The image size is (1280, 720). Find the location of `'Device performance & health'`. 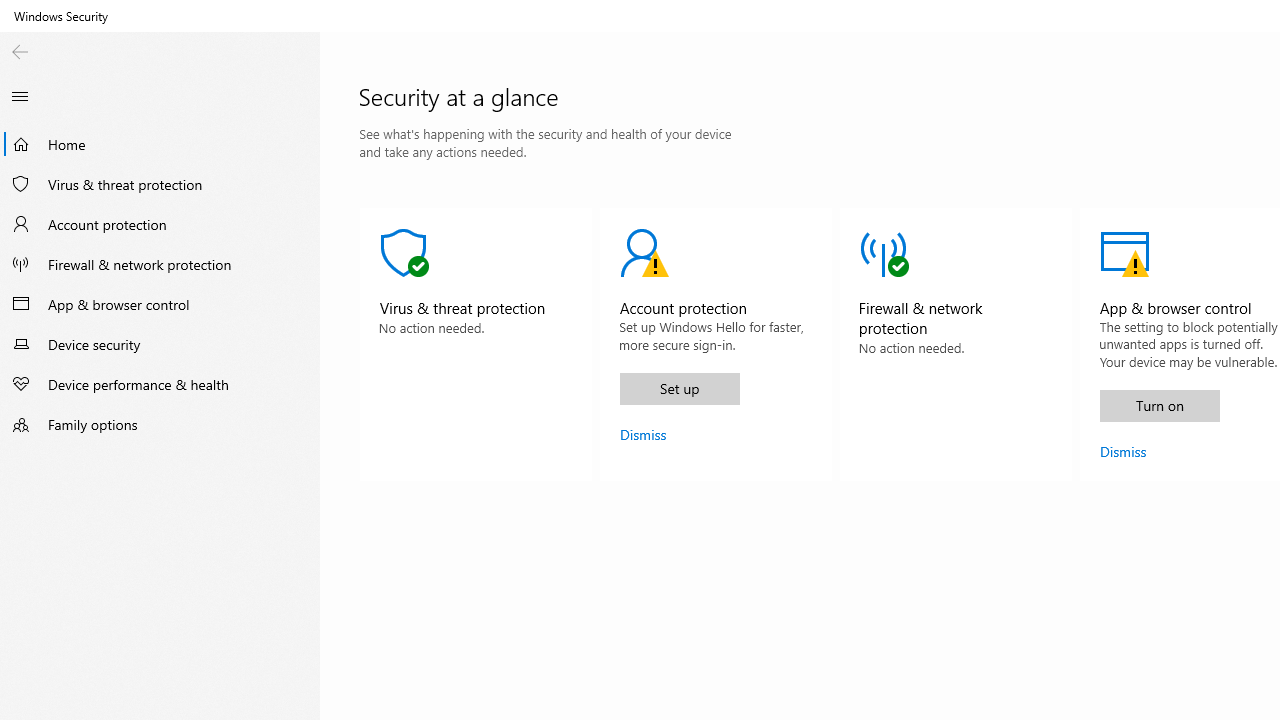

'Device performance & health' is located at coordinates (160, 384).